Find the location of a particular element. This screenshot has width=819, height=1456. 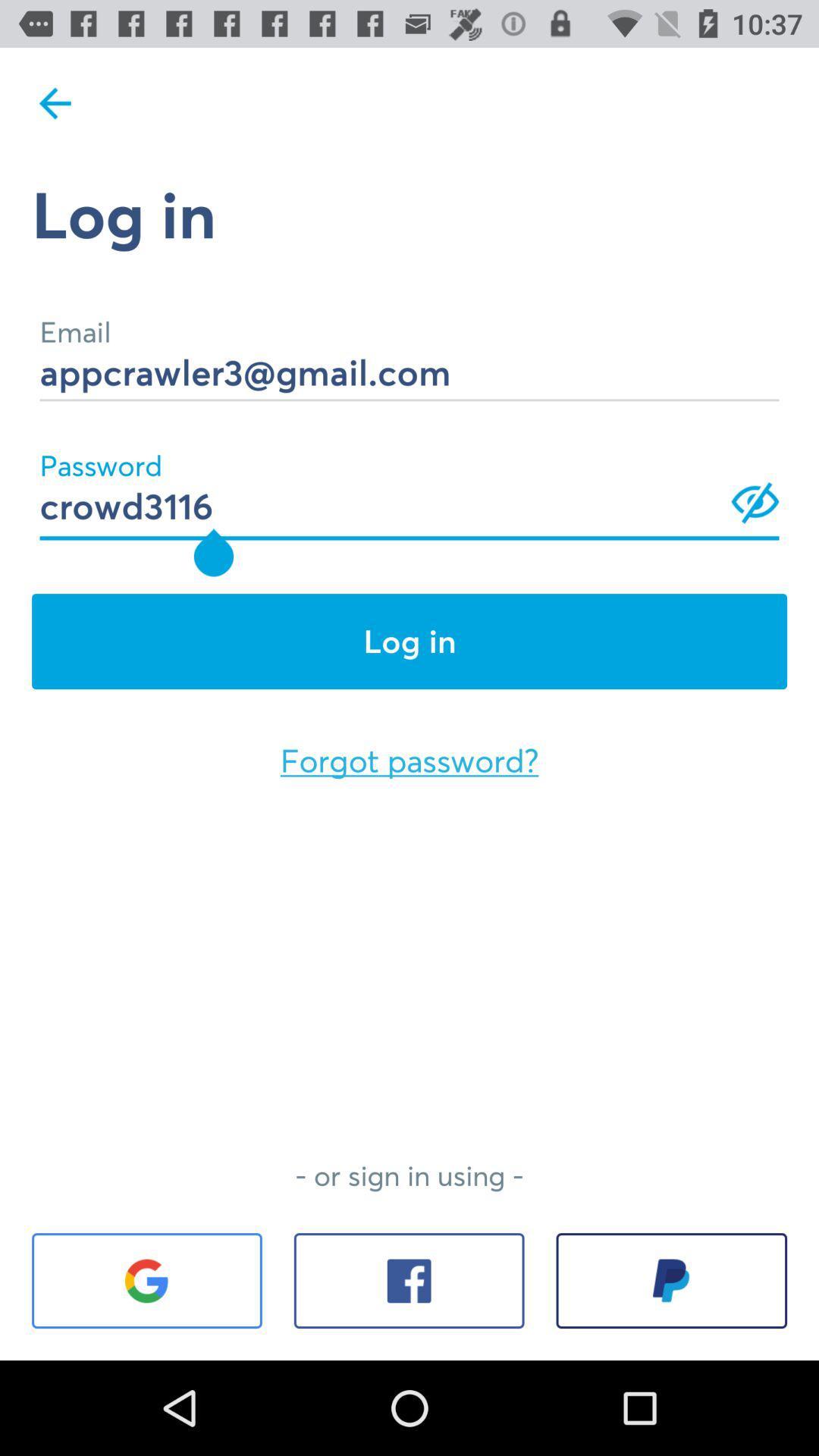

the item below the or sign in item is located at coordinates (670, 1280).